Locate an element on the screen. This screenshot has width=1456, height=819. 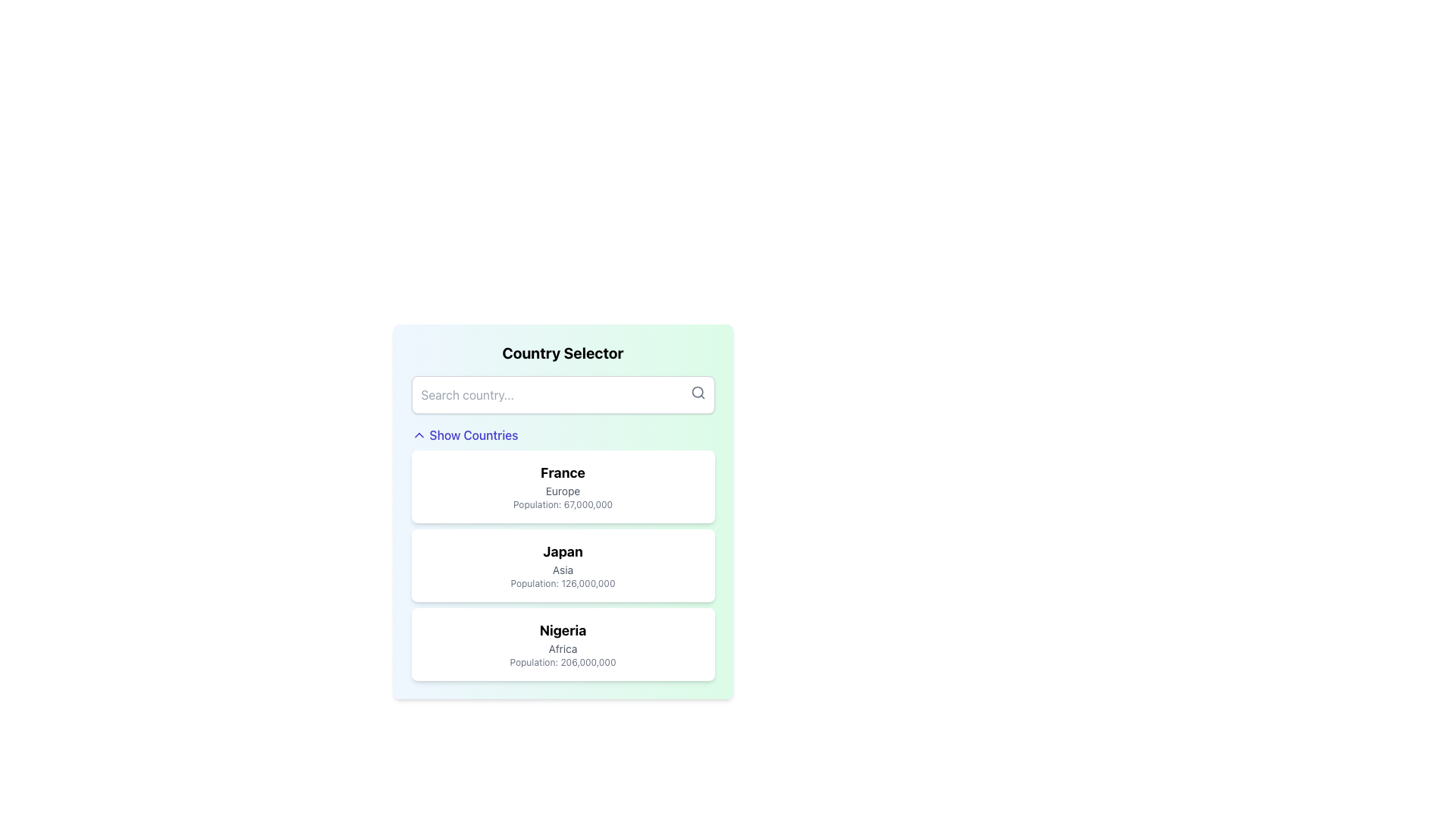
displayed information from the informational panel containing details about Japan, which is styled in rounded rectangular cards with bold country names, continent names in lighter font, and population in smaller font is located at coordinates (562, 565).